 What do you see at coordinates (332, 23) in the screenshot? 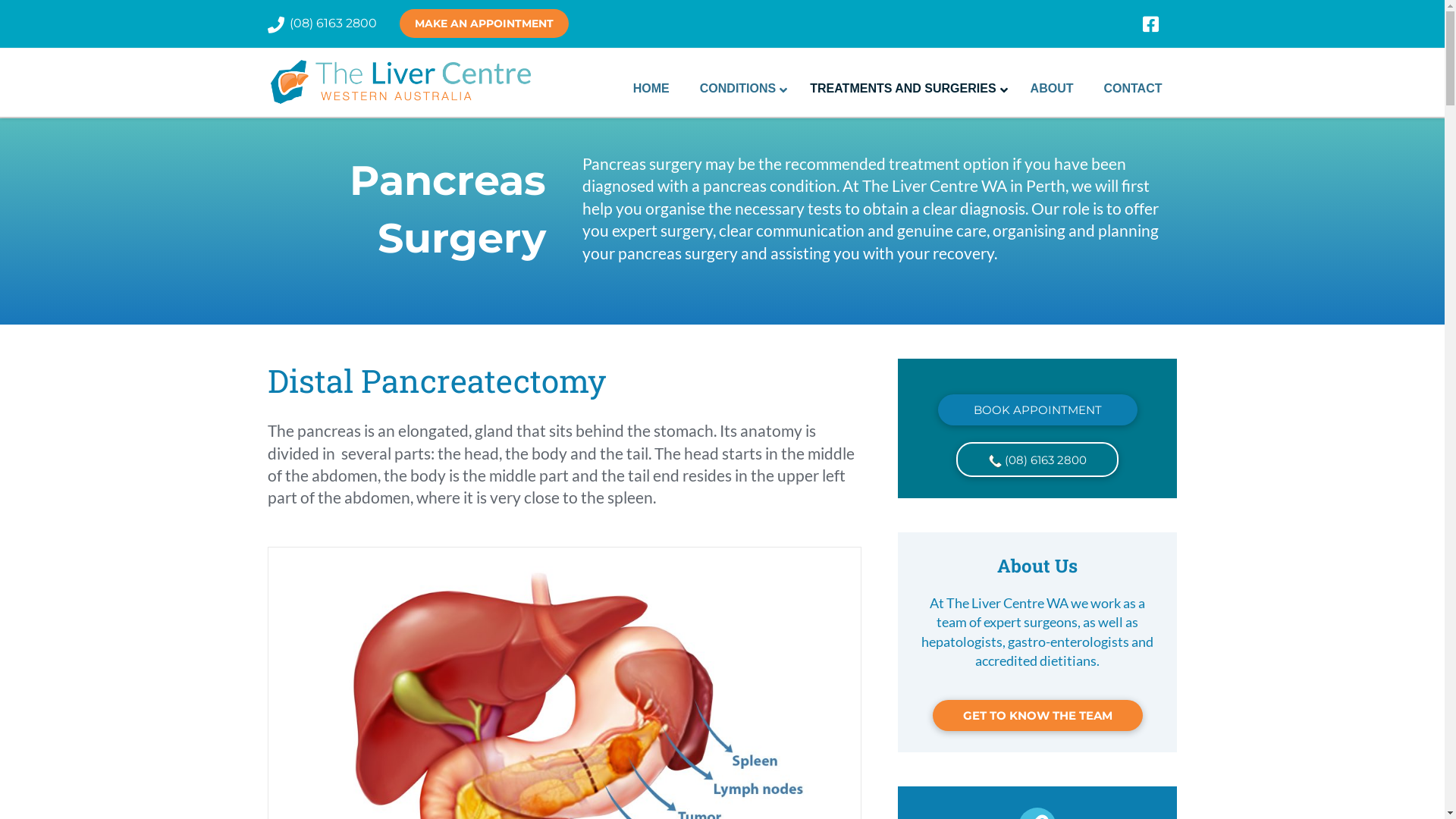
I see `'(08) 6163 2800'` at bounding box center [332, 23].